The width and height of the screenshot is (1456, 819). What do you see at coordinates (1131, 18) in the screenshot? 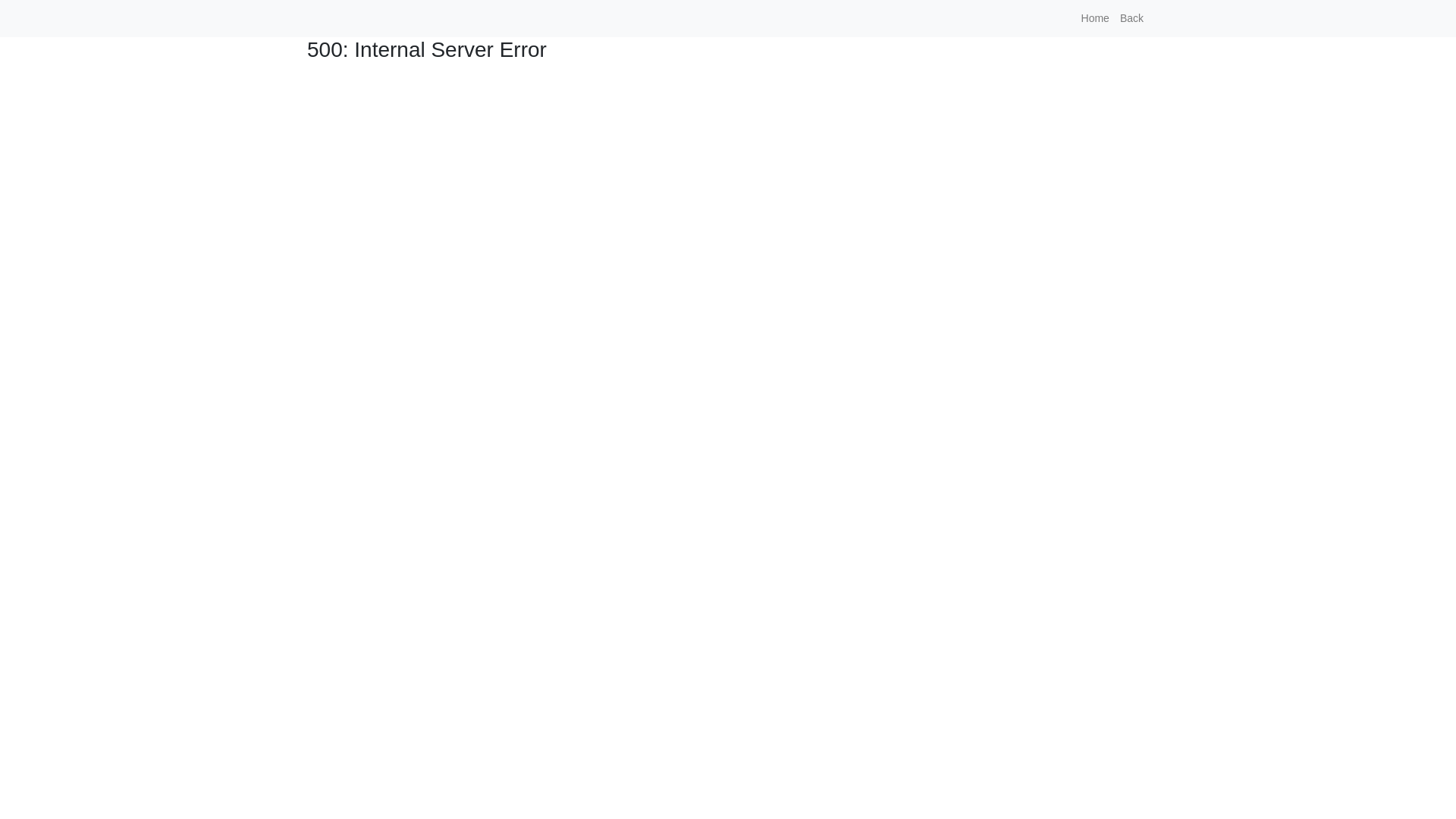
I see `'Back'` at bounding box center [1131, 18].